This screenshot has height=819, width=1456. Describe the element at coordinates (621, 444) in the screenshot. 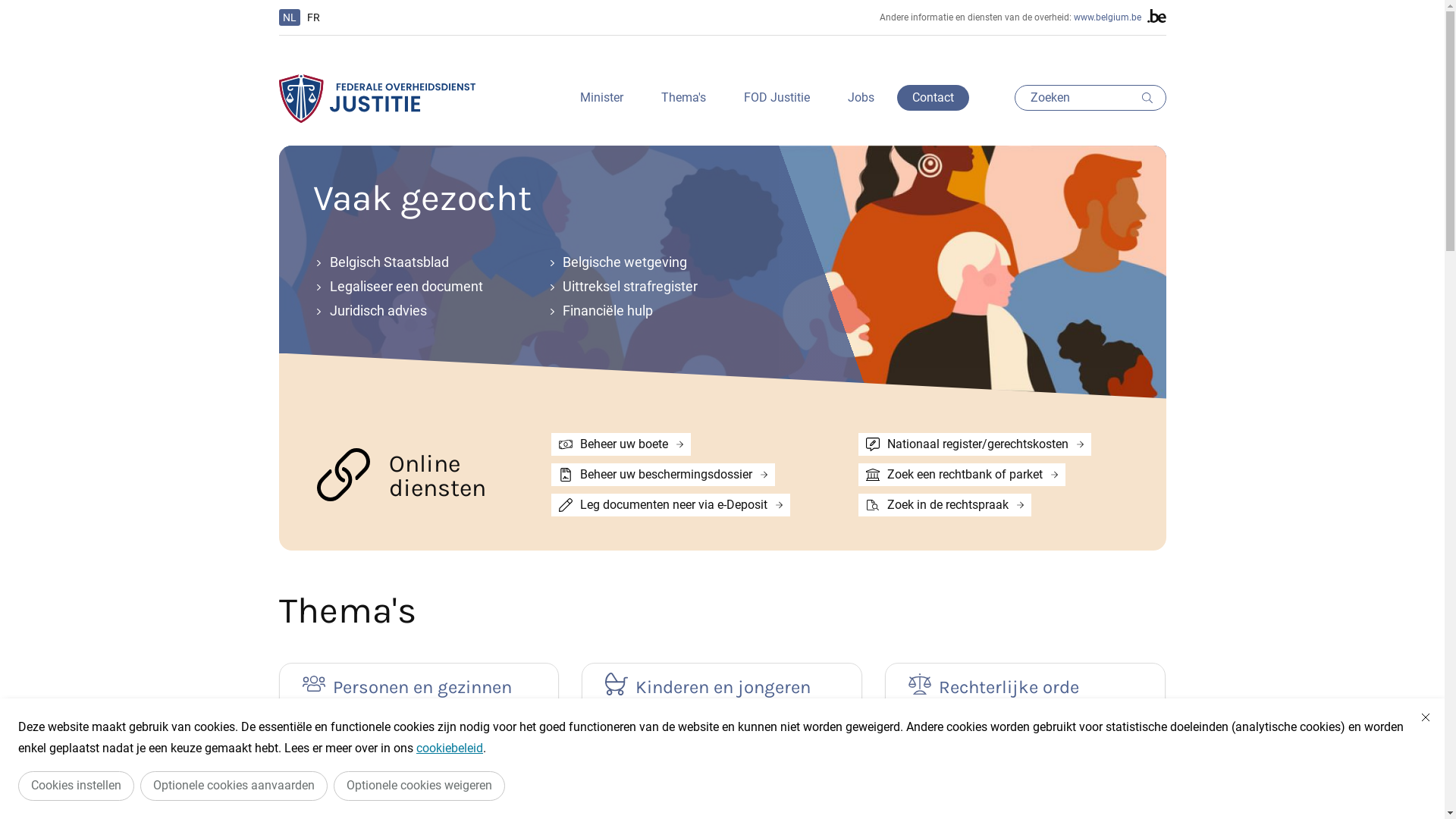

I see `'Beheer uw boete'` at that location.